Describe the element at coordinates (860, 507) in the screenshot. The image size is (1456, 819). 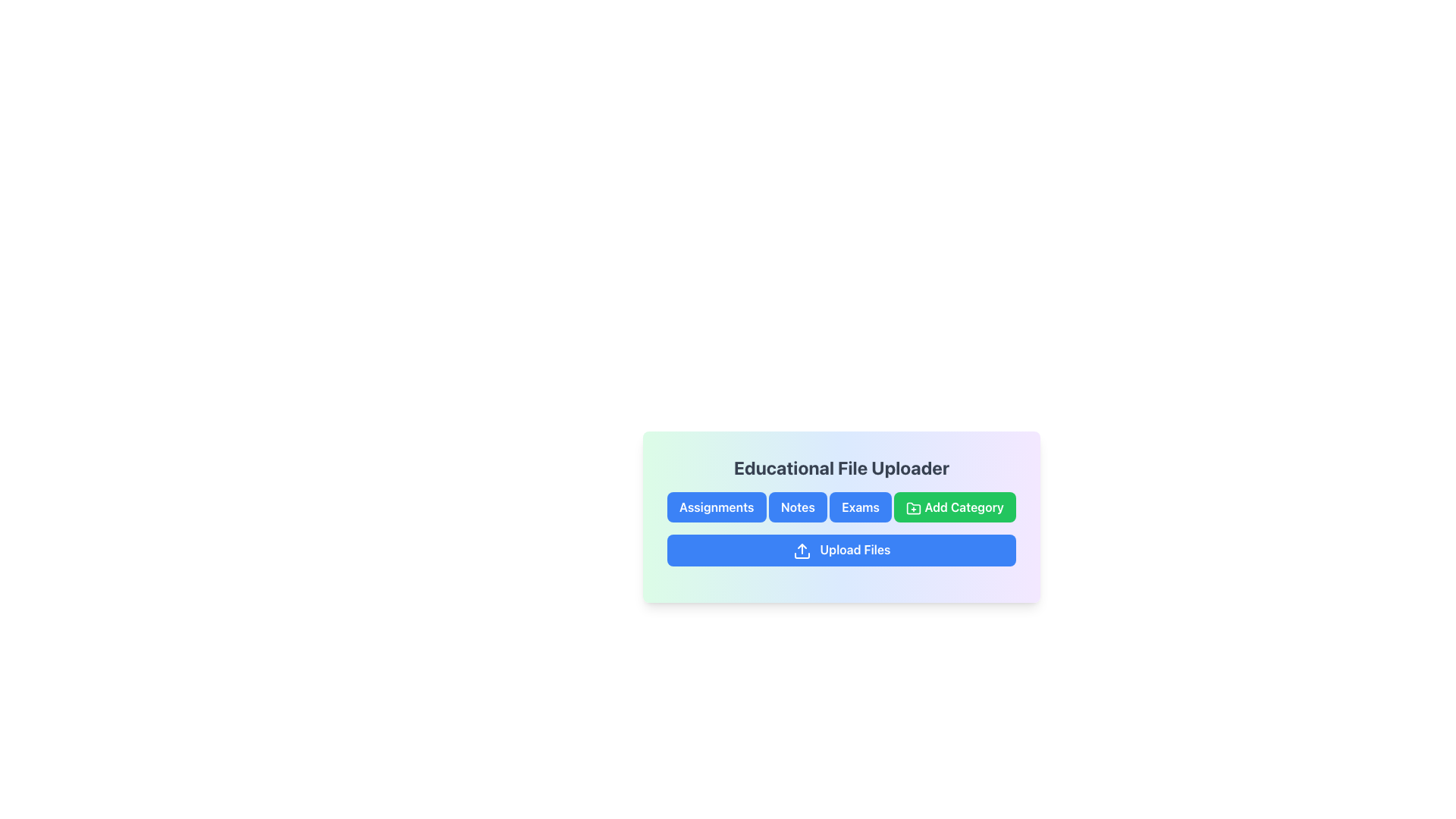
I see `the 'Exams' button with a blue background and white text` at that location.